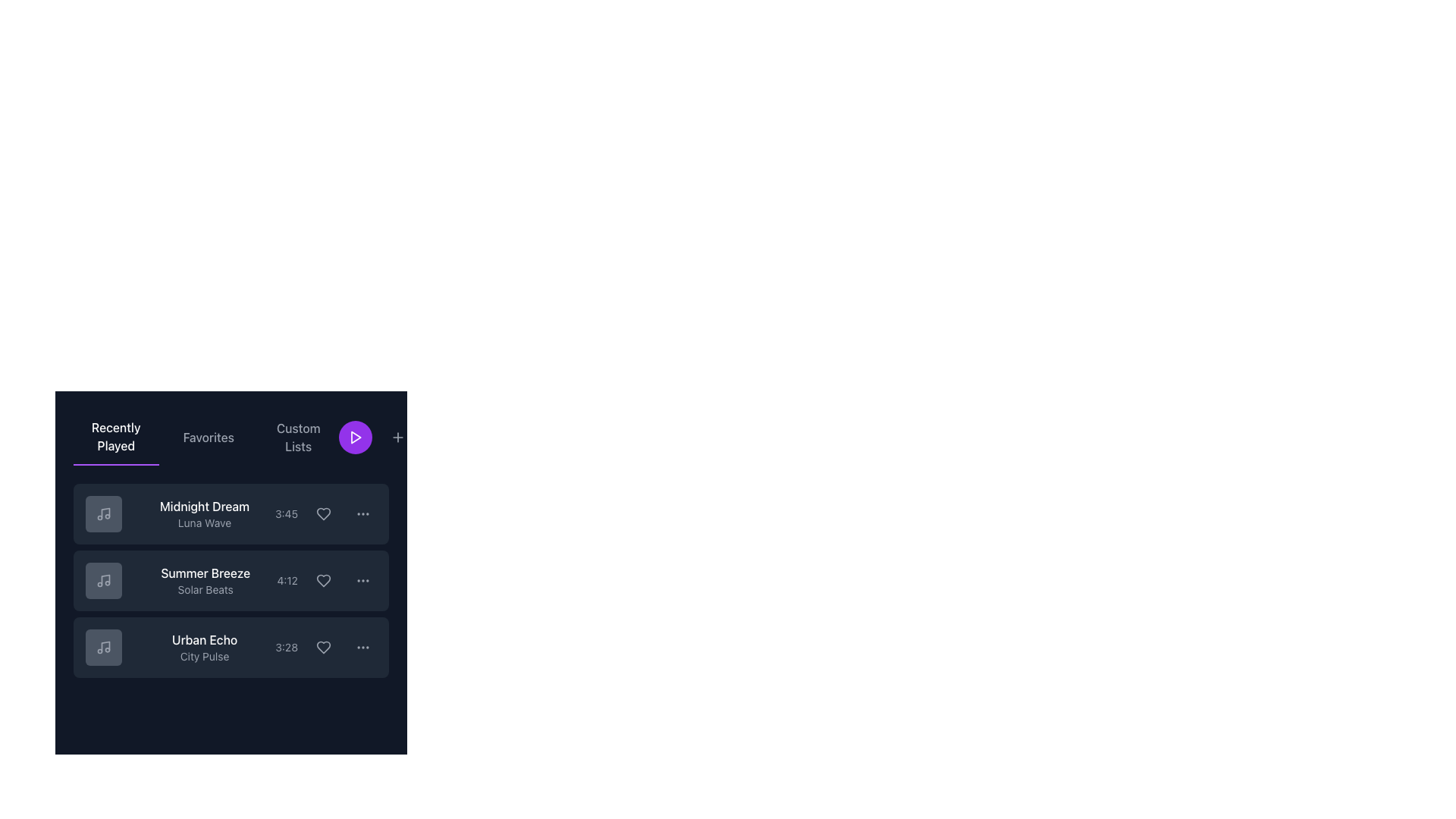 Image resolution: width=1456 pixels, height=819 pixels. I want to click on the Text label displaying the duration of the track 'Summer Breeze', located in the middle right of the track's listing, between the track's name and the interactive controls, so click(287, 580).